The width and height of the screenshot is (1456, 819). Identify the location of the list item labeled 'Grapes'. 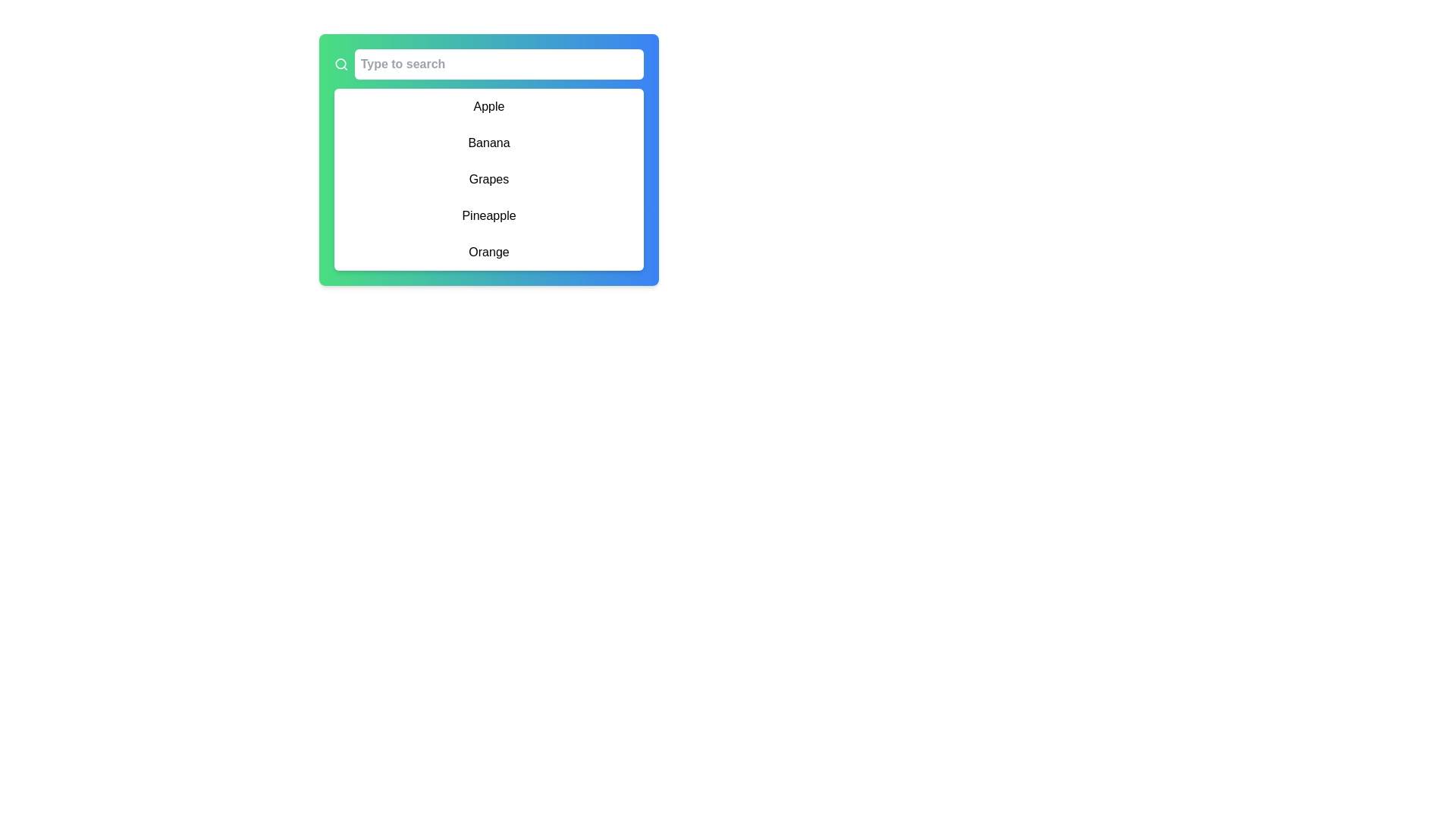
(488, 178).